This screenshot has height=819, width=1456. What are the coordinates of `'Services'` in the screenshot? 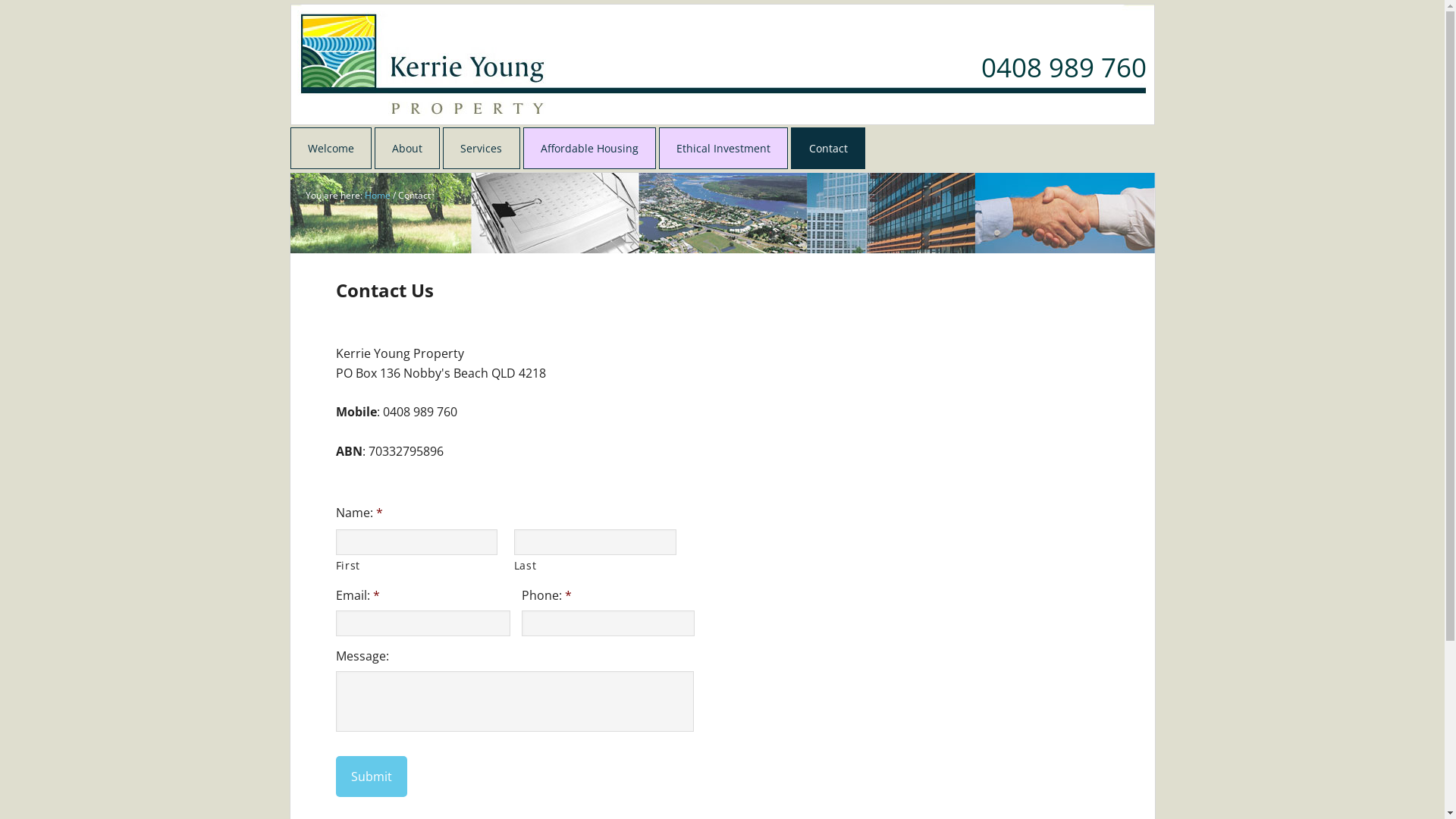 It's located at (480, 148).